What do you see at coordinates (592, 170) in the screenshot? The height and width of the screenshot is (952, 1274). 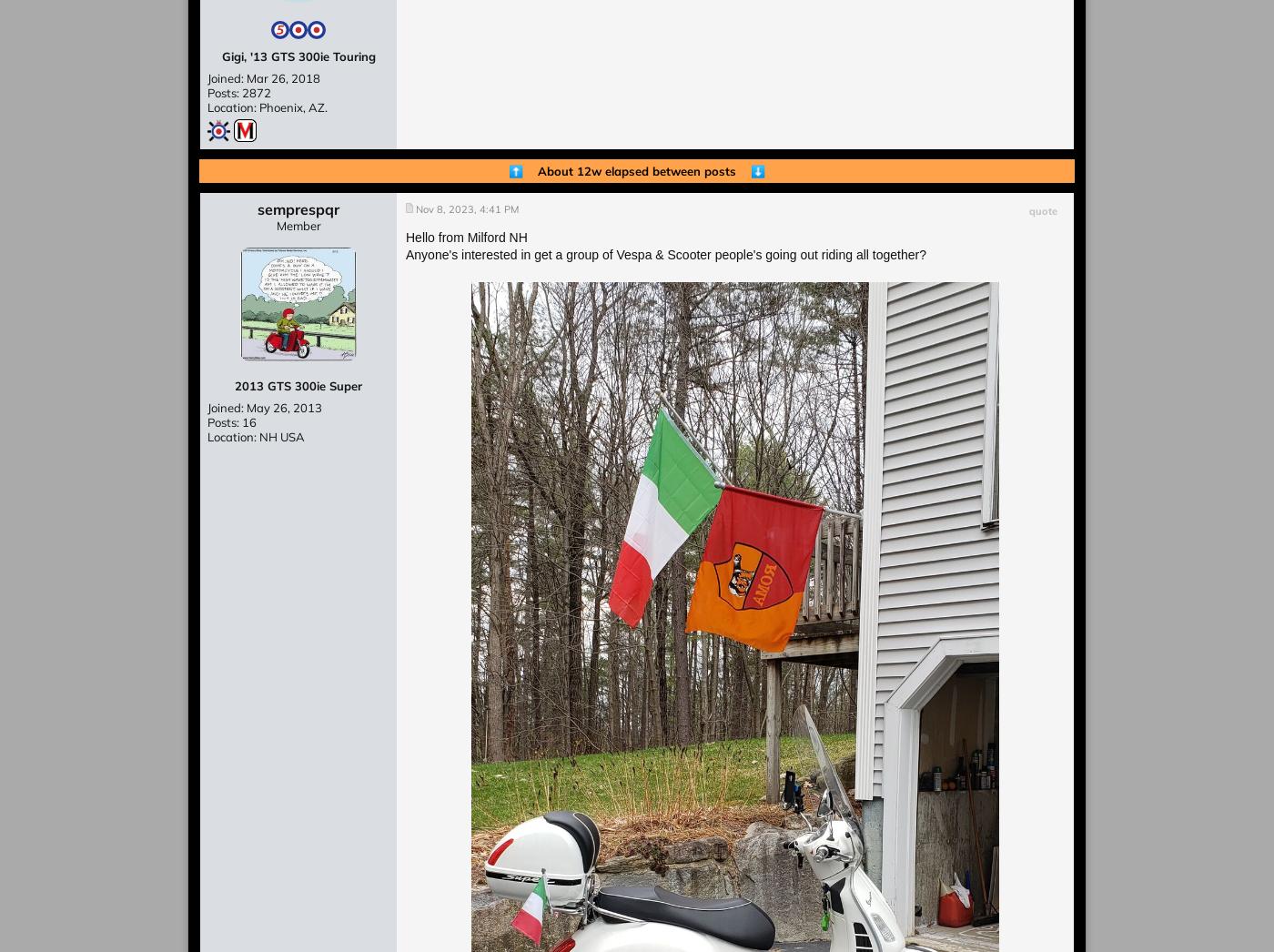 I see `'About 12w elapsed'` at bounding box center [592, 170].